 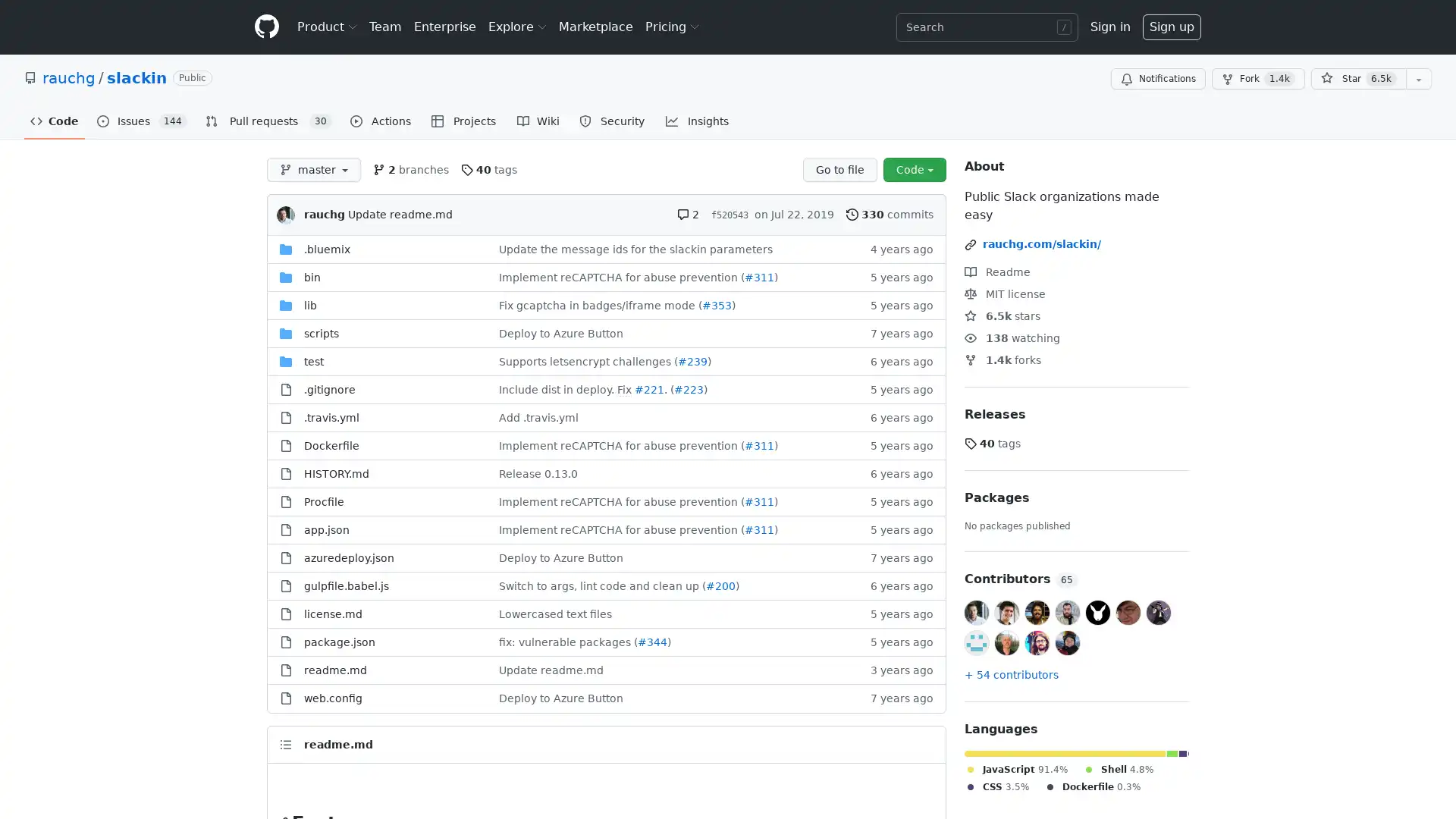 I want to click on You must be signed in to add this repository to a list, so click(x=1418, y=79).